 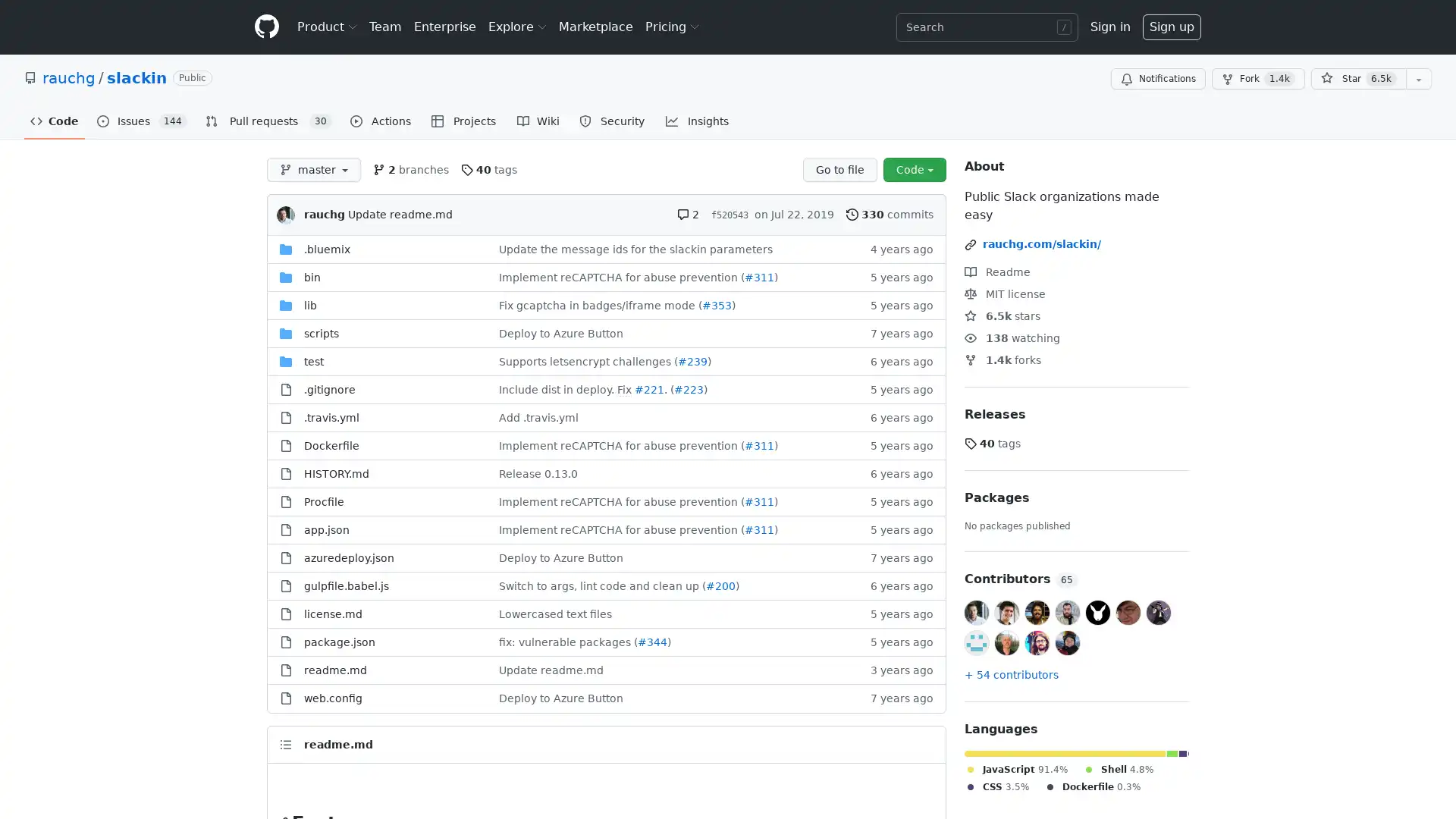 I want to click on You must be signed in to add this repository to a list, so click(x=1418, y=79).